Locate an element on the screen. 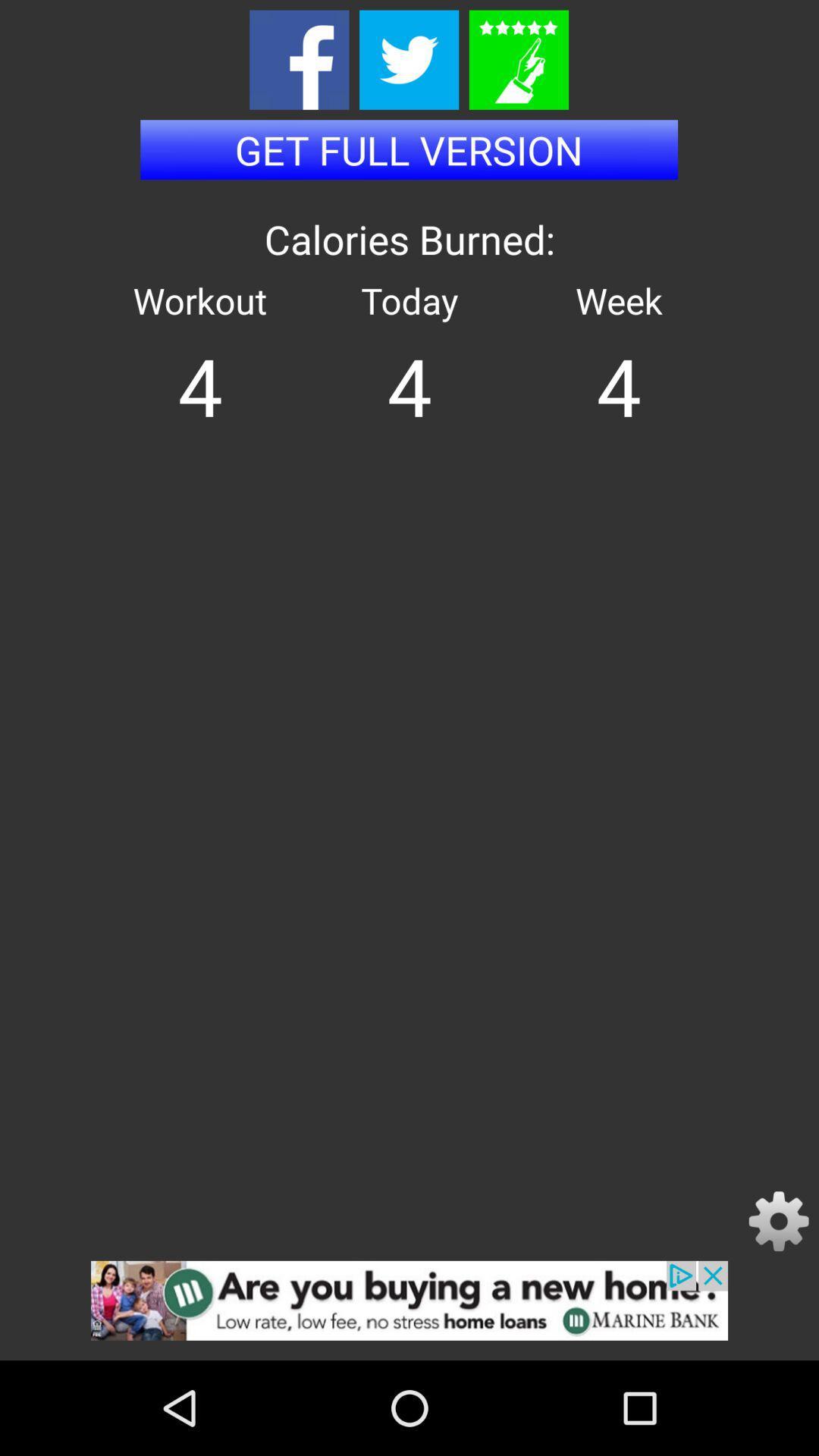 This screenshot has width=819, height=1456. star rating is located at coordinates (518, 60).